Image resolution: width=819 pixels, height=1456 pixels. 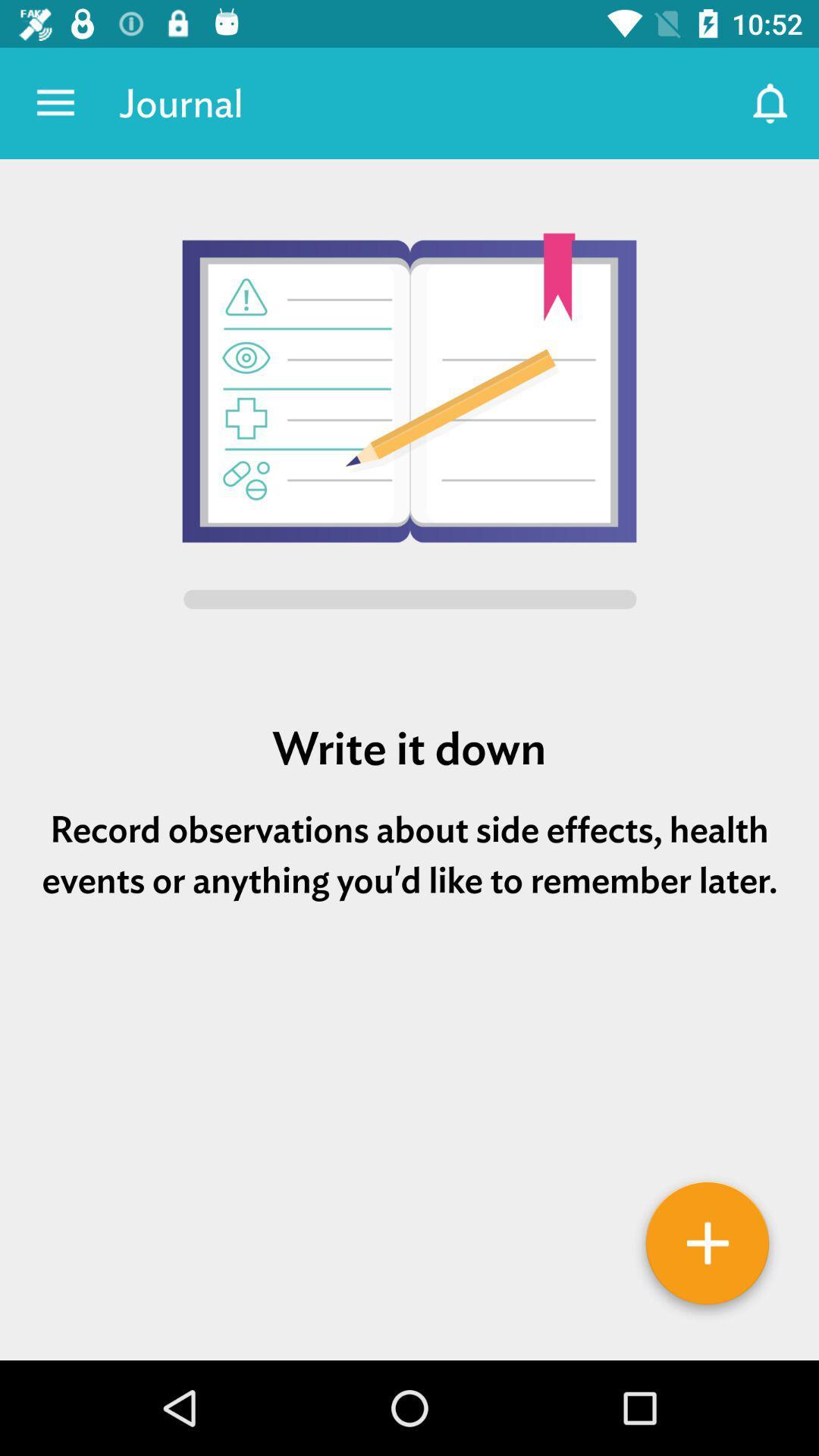 I want to click on the icon below the record observations about icon, so click(x=409, y=993).